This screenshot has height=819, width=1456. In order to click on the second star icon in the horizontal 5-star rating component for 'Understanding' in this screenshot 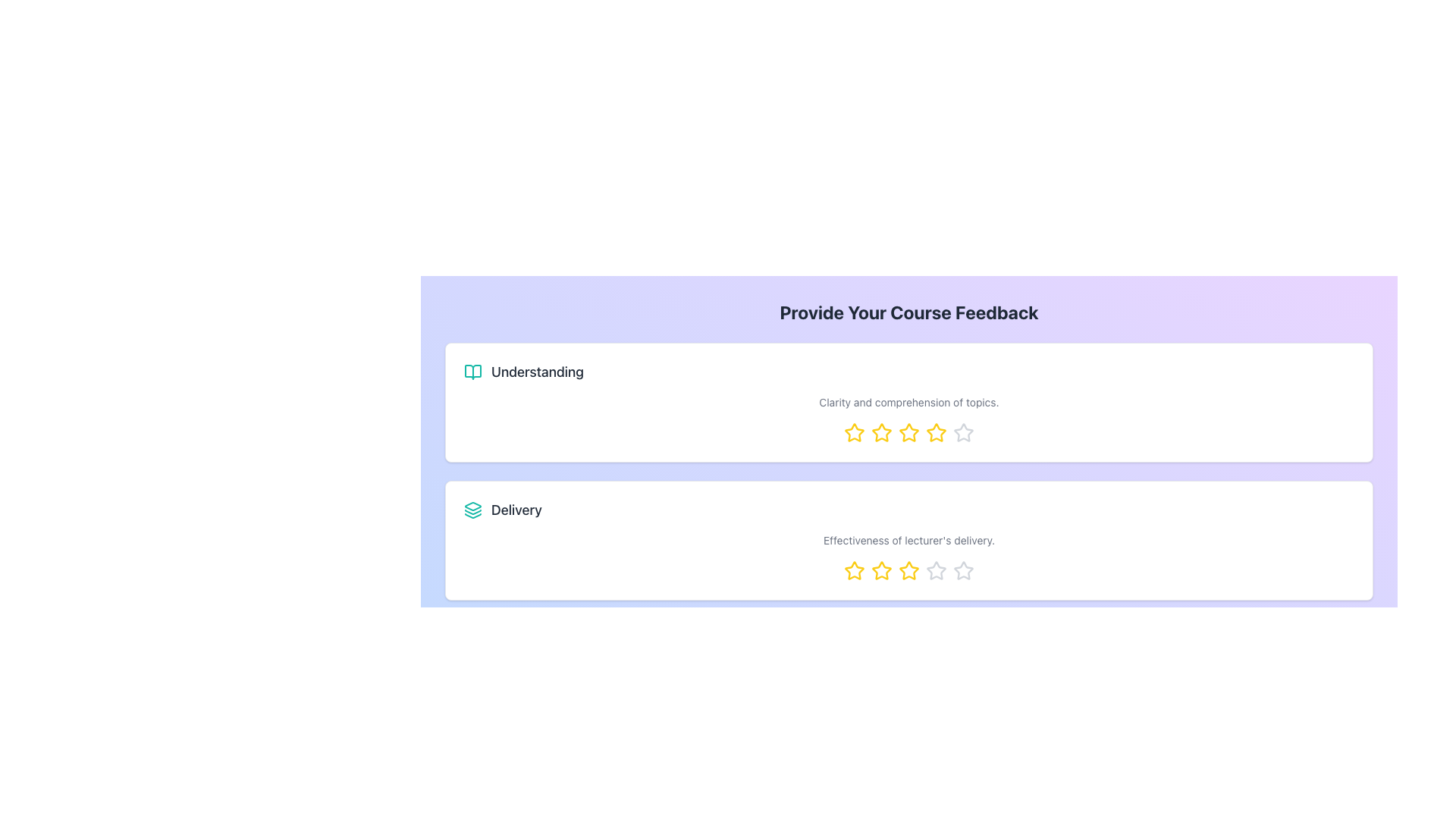, I will do `click(855, 432)`.